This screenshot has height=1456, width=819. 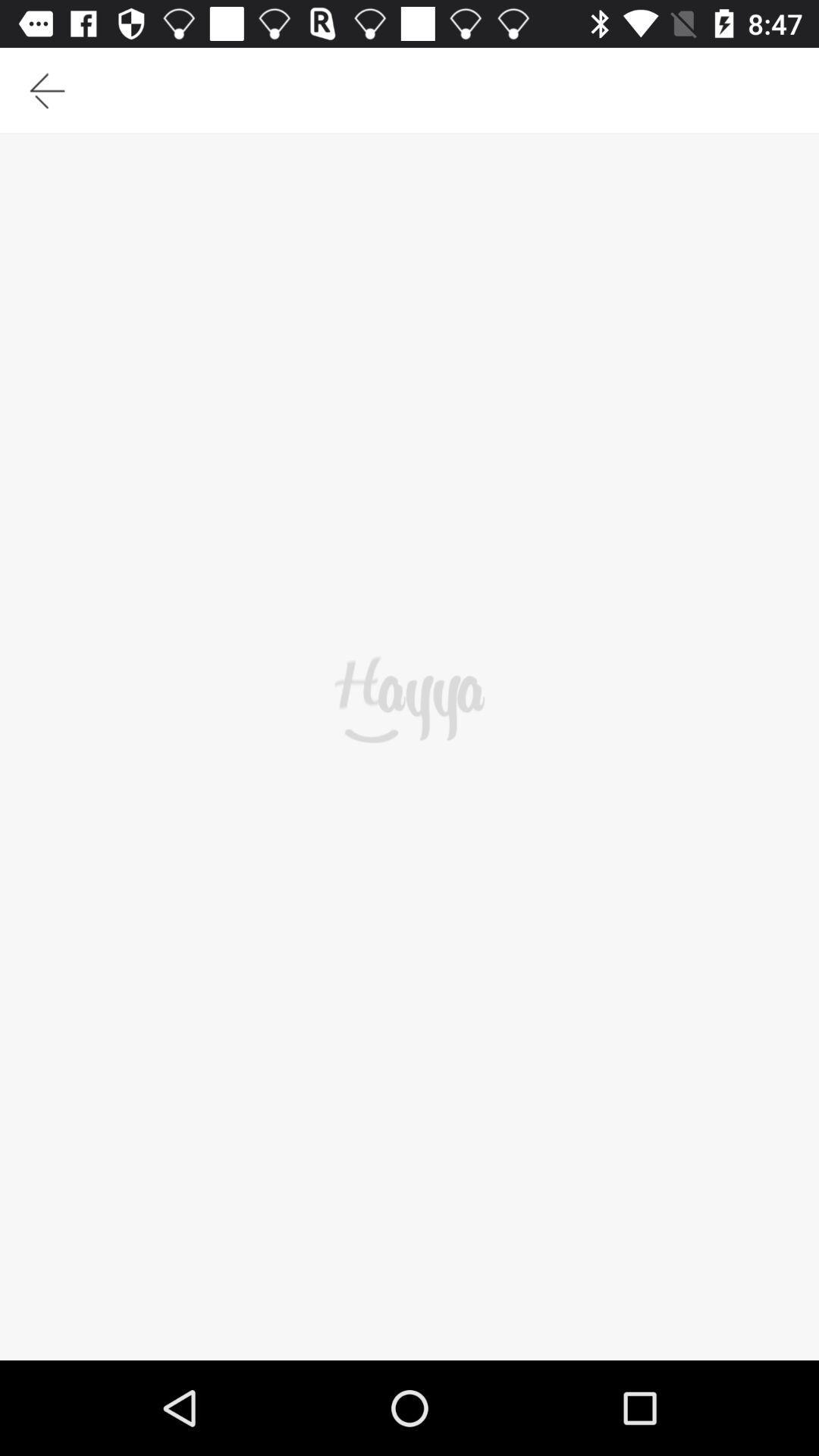 What do you see at coordinates (46, 89) in the screenshot?
I see `the icon at the top left corner` at bounding box center [46, 89].